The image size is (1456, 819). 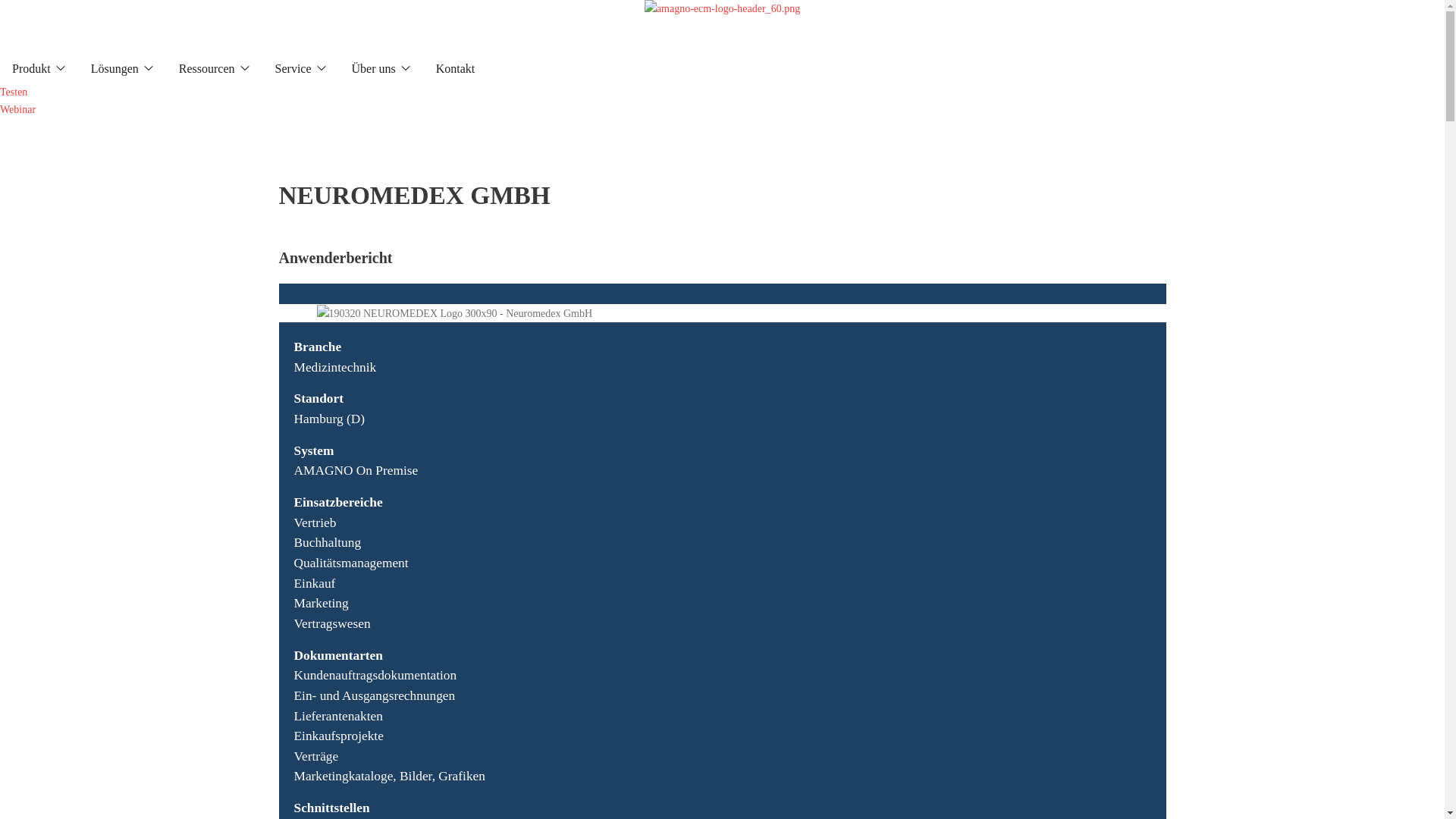 I want to click on 'Testen', so click(x=14, y=92).